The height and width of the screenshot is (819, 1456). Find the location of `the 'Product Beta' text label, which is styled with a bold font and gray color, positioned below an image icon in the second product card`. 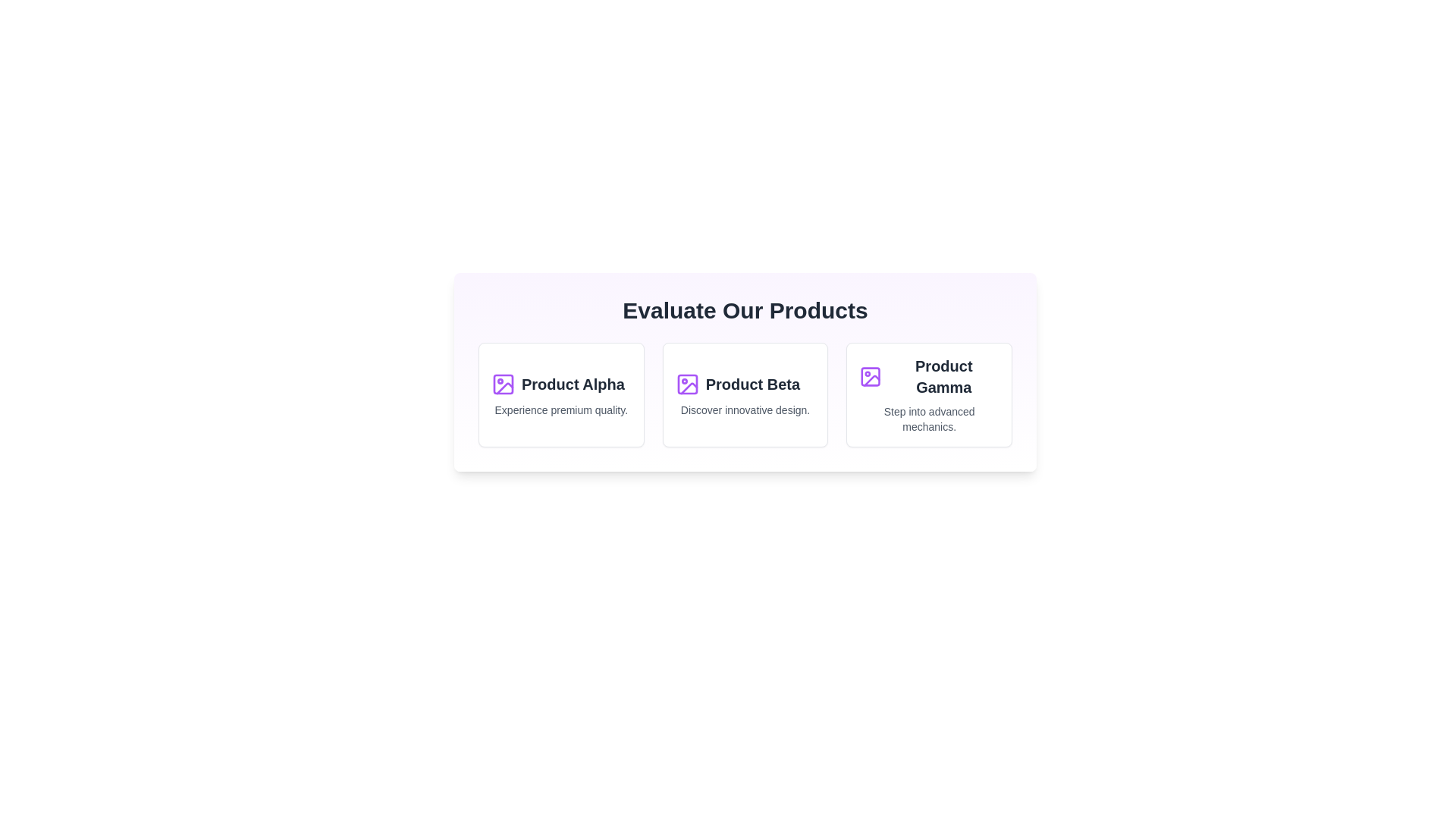

the 'Product Beta' text label, which is styled with a bold font and gray color, positioned below an image icon in the second product card is located at coordinates (752, 383).